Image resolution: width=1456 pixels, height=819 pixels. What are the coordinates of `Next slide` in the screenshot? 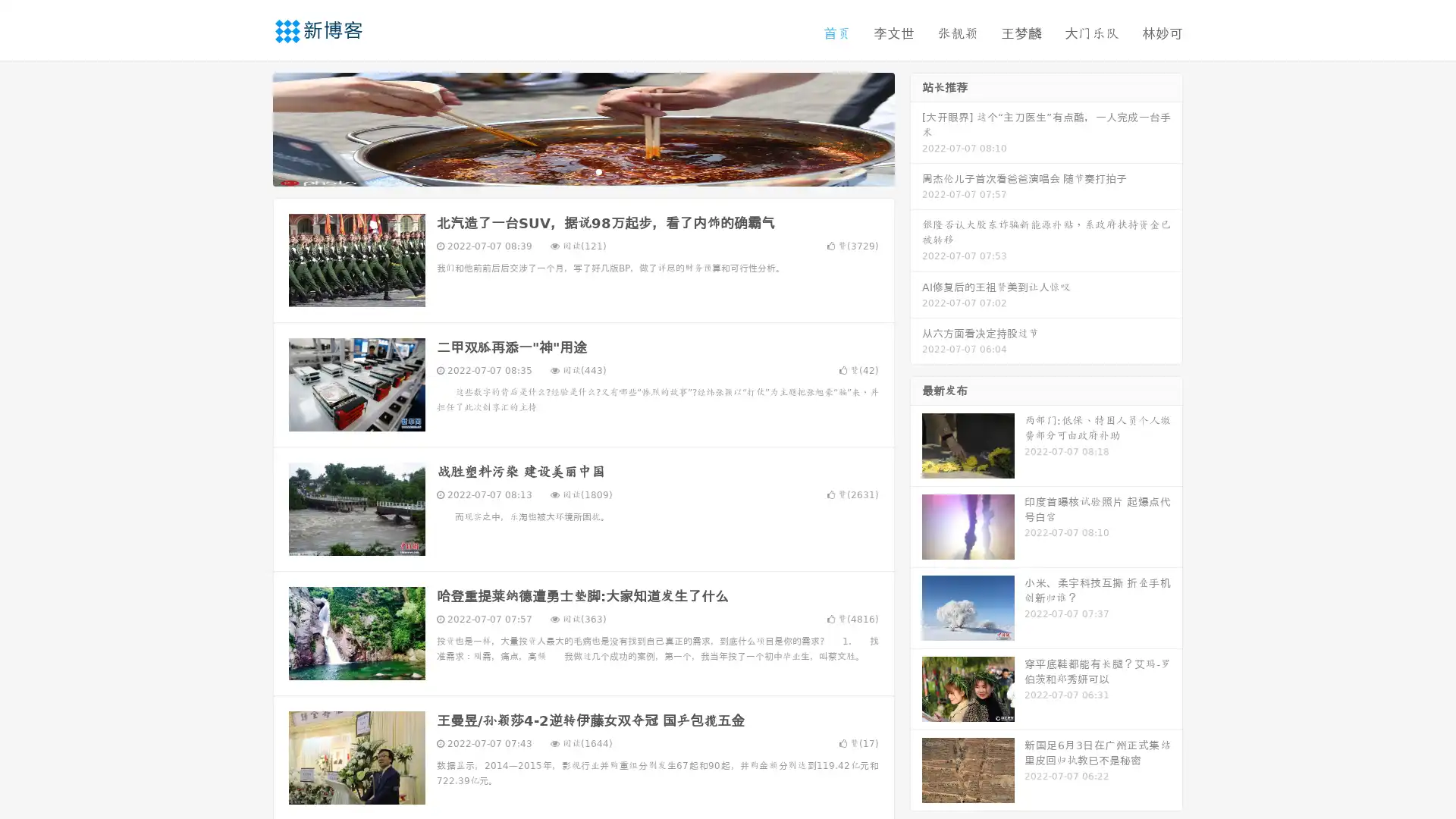 It's located at (916, 127).